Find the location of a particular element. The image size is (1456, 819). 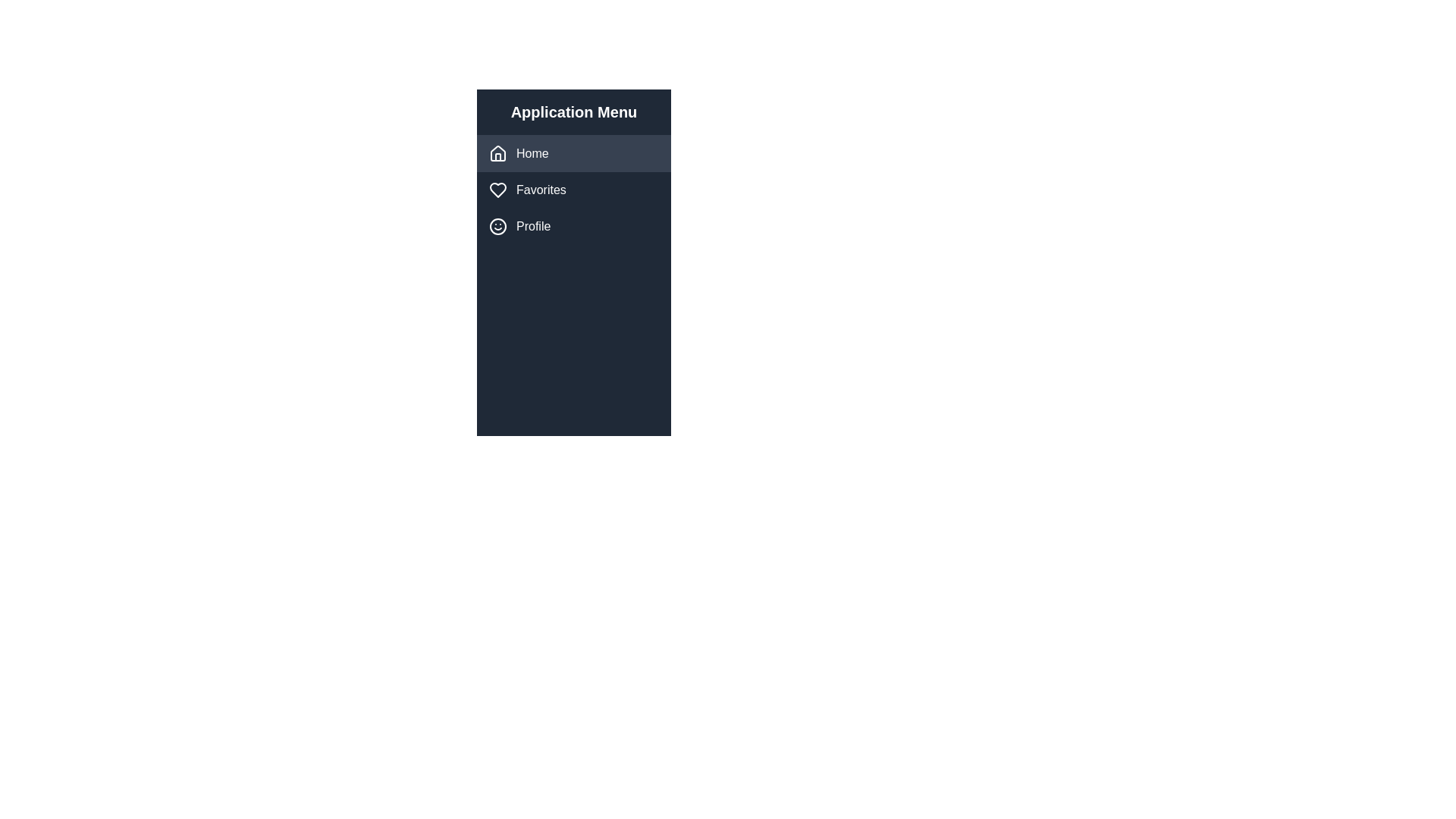

the 'Home' navigation button located at the top of the vertical navigation menu on the left side of the application is located at coordinates (573, 154).